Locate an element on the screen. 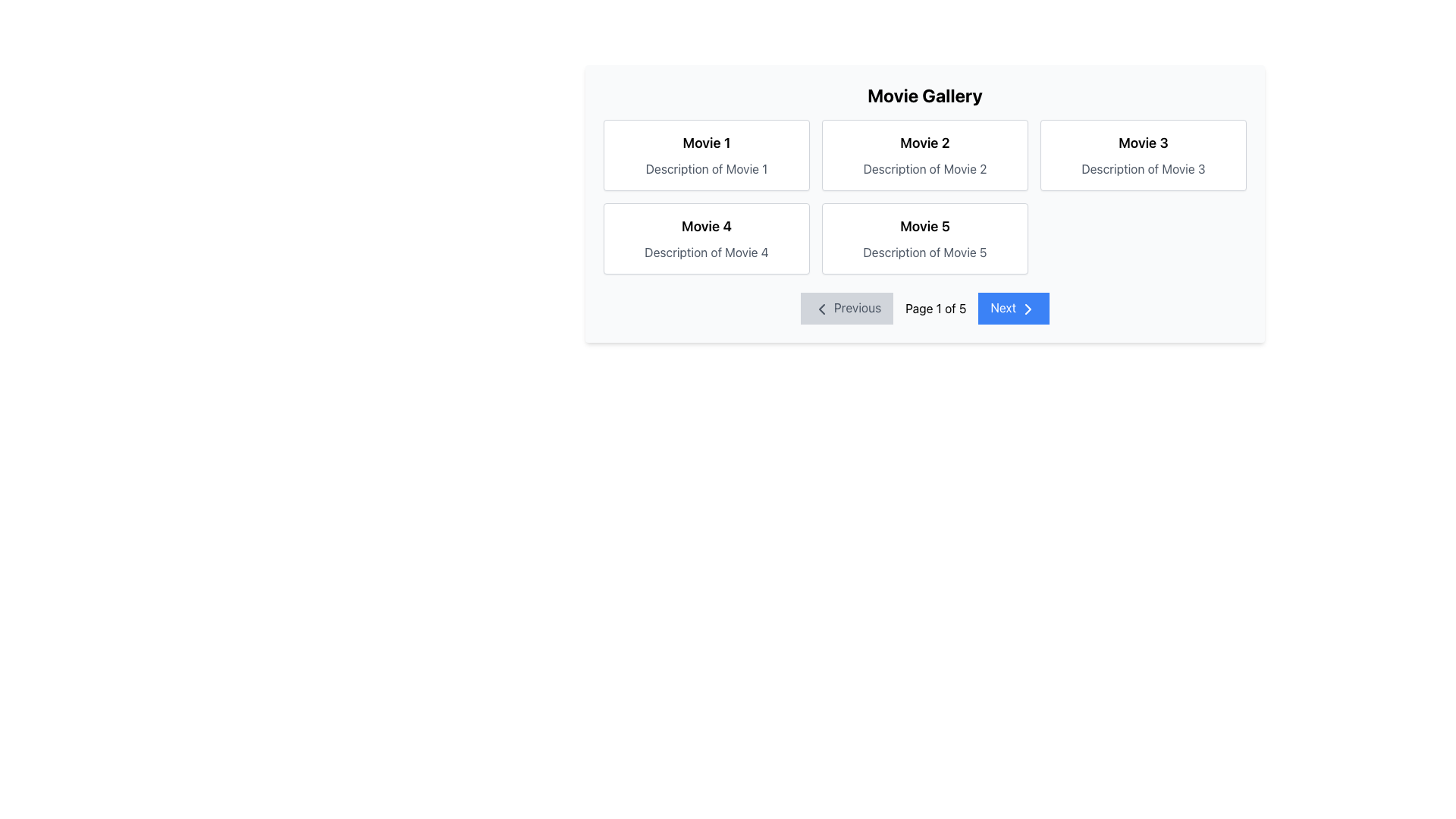 This screenshot has width=1456, height=819. the 'Movie 3' title label, which is the upper text component in the card located in the top-right of the grid layout within the 'Movie Gallery' section is located at coordinates (1143, 143).